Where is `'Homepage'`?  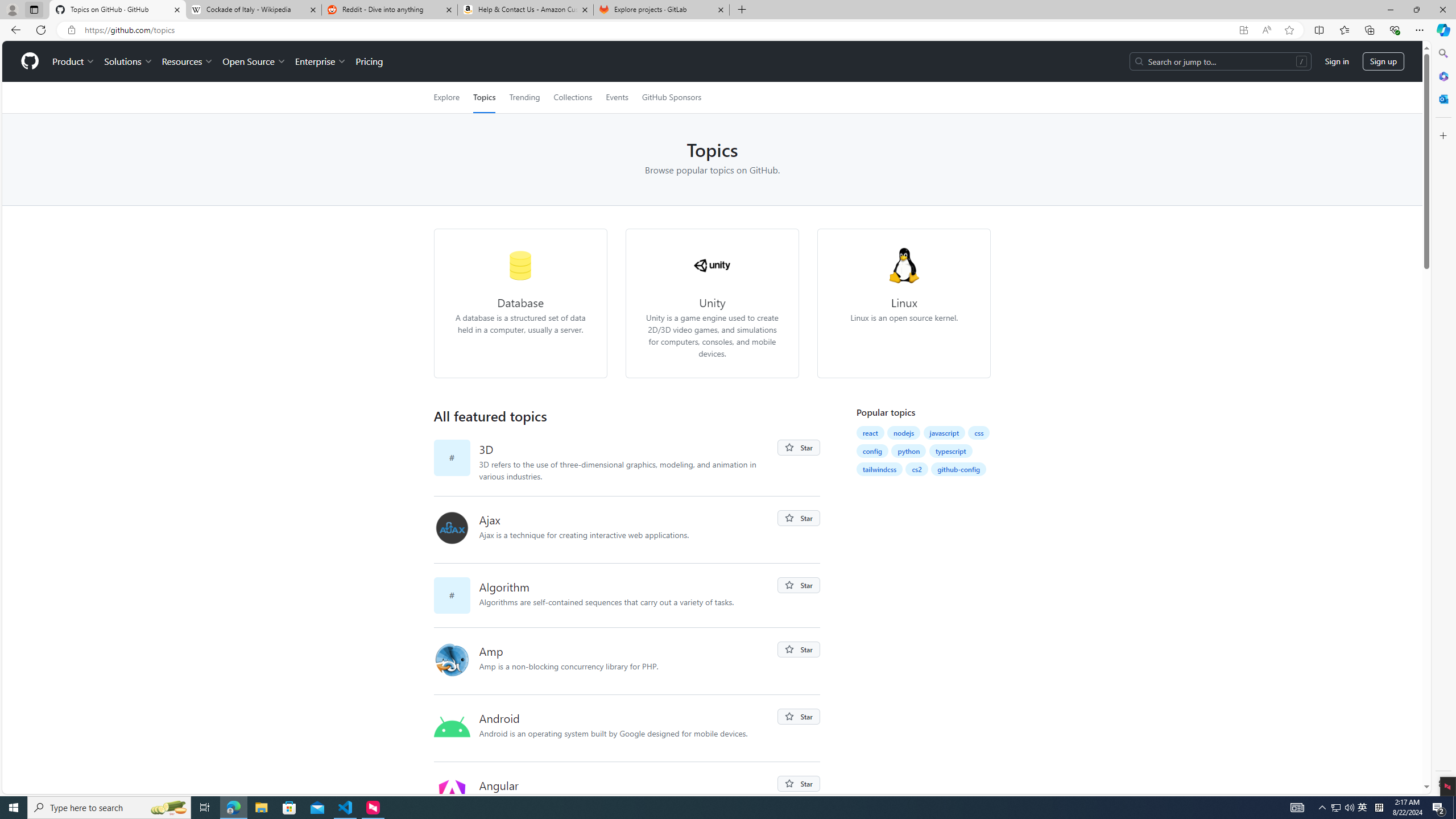
'Homepage' is located at coordinates (30, 61).